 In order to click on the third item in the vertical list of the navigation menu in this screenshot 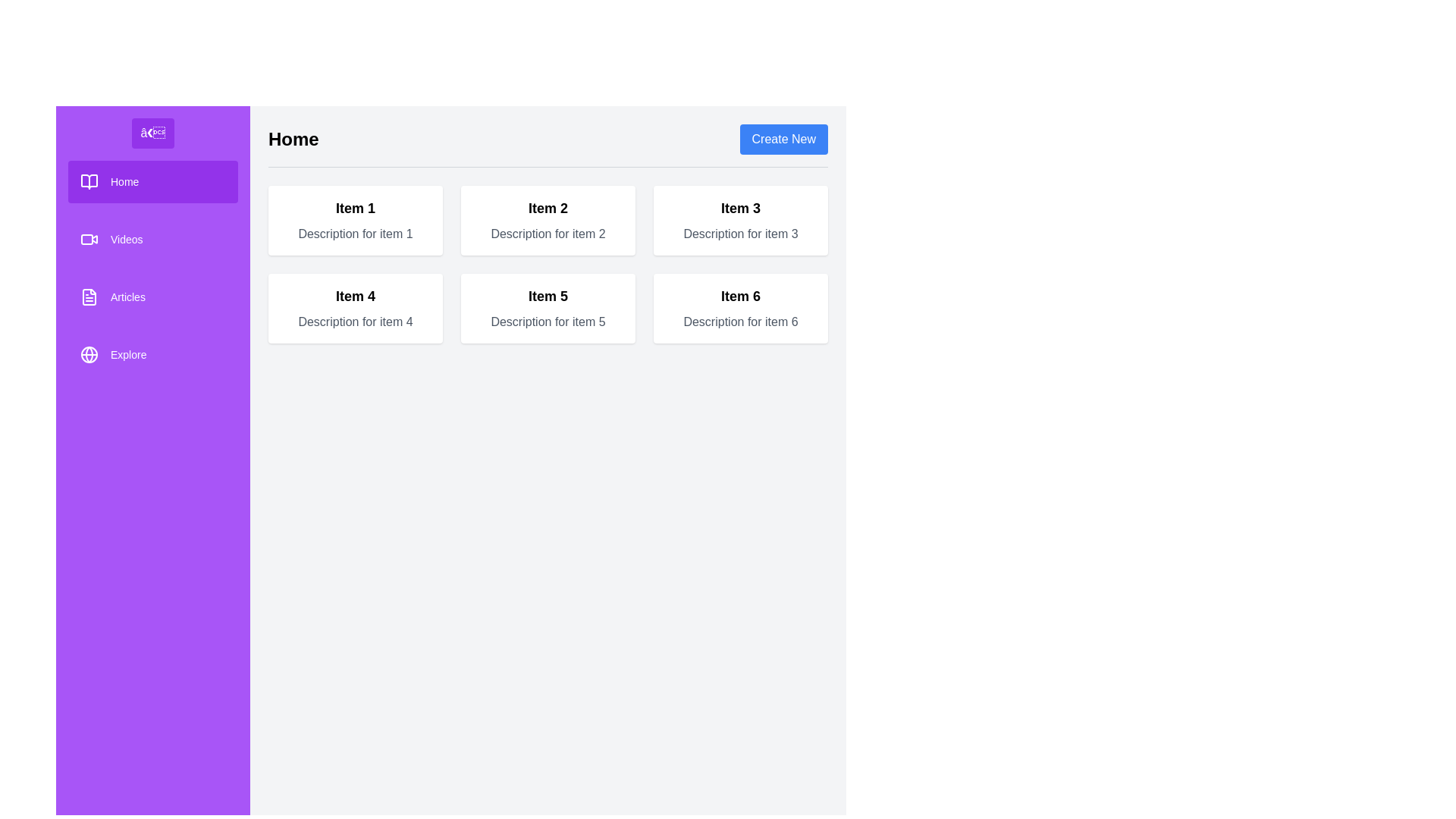, I will do `click(152, 297)`.